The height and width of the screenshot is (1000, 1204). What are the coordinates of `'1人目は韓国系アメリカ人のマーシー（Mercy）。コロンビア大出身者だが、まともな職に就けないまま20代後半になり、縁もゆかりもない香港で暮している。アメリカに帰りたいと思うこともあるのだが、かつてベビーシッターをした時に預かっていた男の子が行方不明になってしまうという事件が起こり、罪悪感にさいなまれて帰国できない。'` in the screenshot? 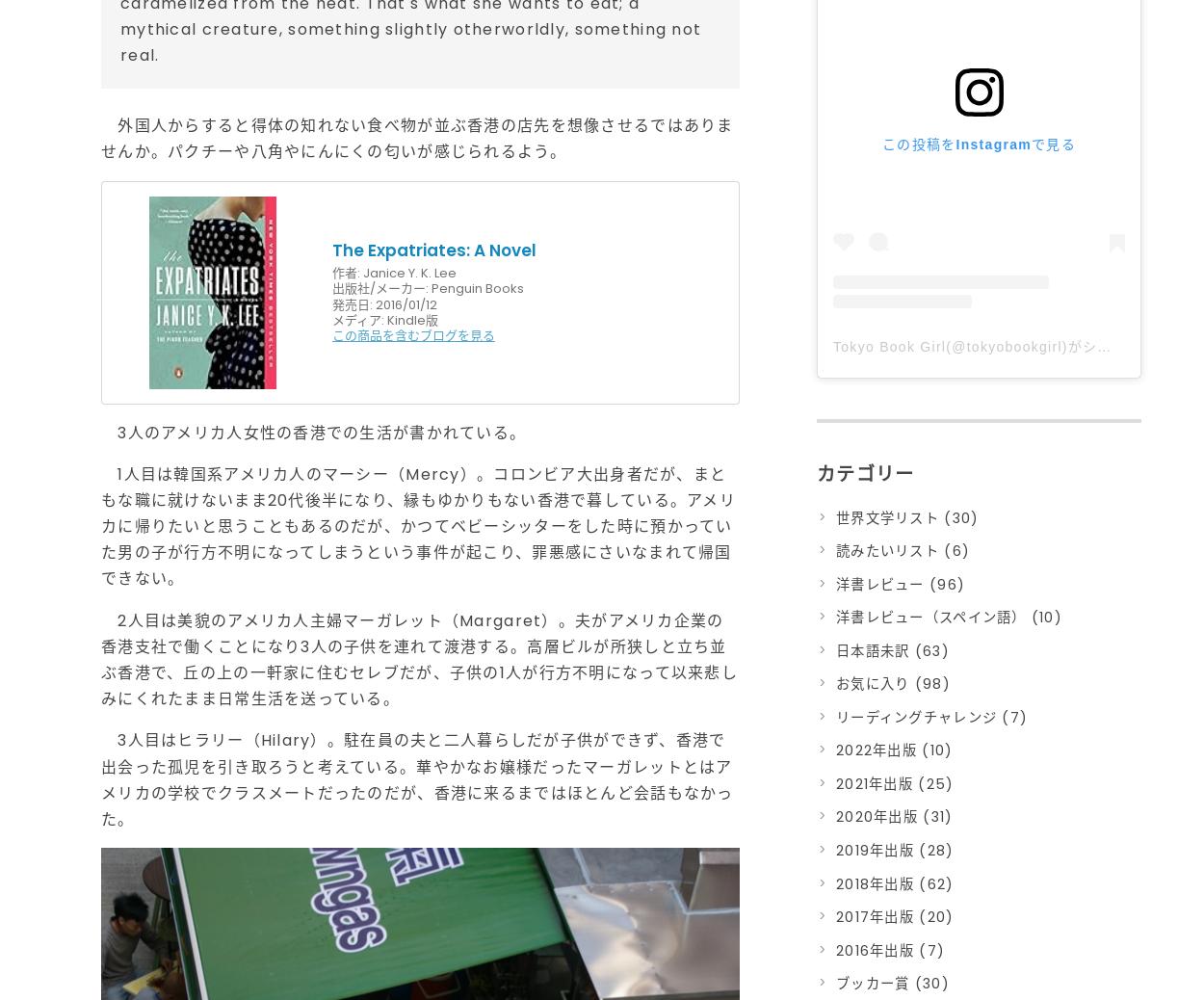 It's located at (418, 524).